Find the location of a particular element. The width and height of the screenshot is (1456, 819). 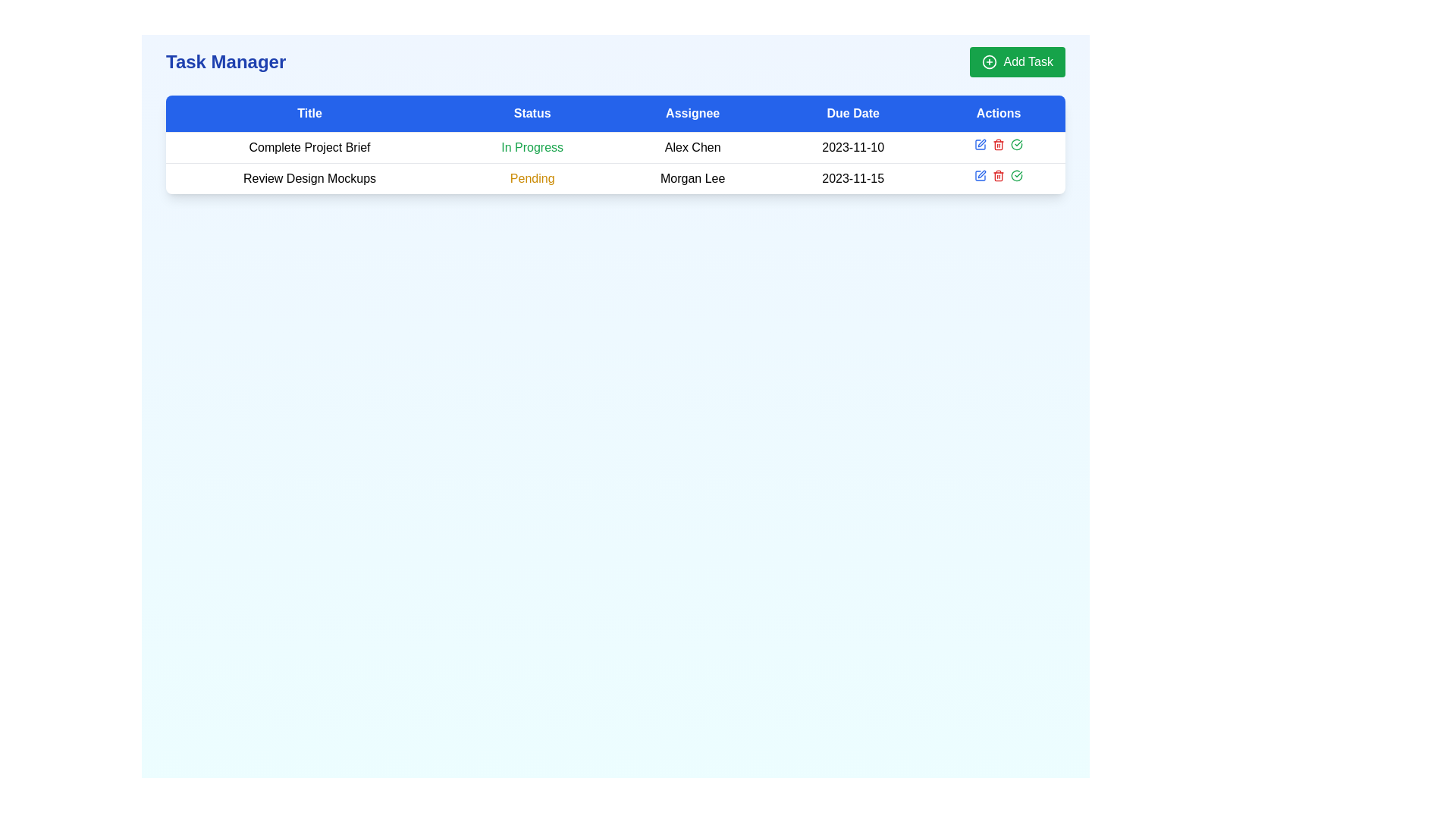

the 'Assignee' text label/header, which is the third tab from the left in the header row, positioned between the 'Status' and 'Due Date' tabs, displayed in white font against a blue background is located at coordinates (692, 113).